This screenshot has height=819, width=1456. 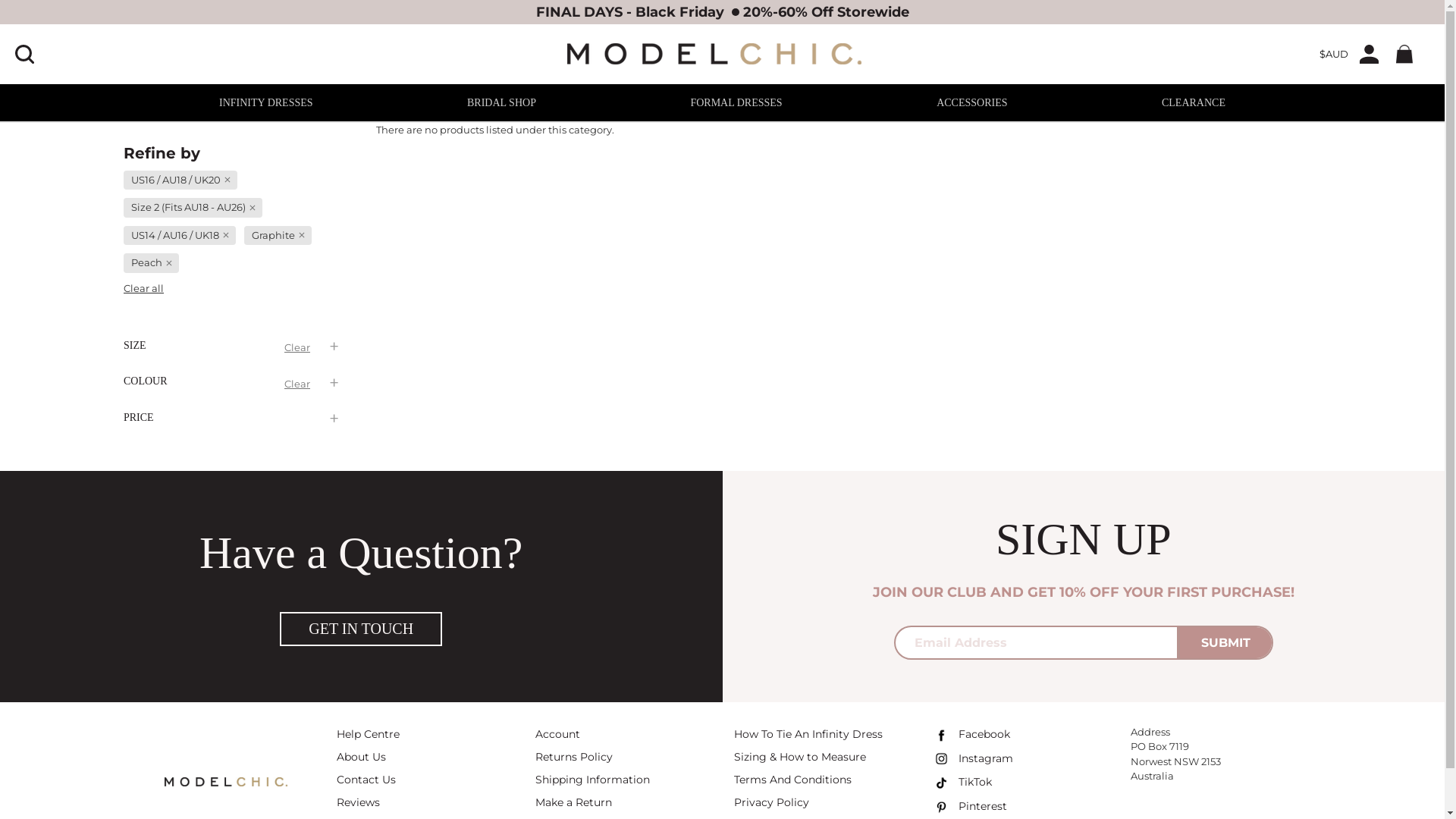 What do you see at coordinates (297, 383) in the screenshot?
I see `'Clear'` at bounding box center [297, 383].